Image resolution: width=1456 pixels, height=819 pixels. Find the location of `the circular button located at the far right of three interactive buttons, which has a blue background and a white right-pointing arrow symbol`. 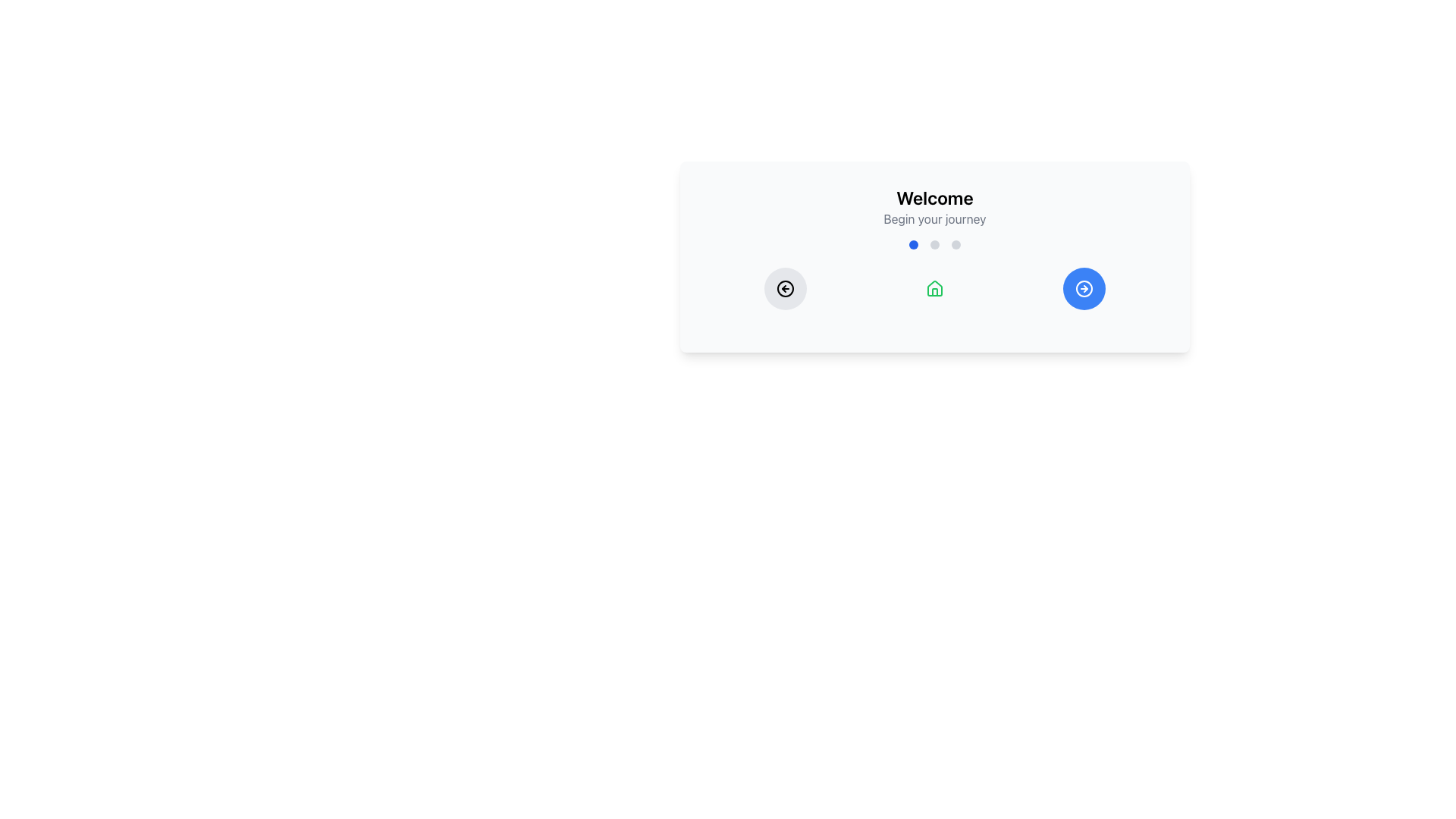

the circular button located at the far right of three interactive buttons, which has a blue background and a white right-pointing arrow symbol is located at coordinates (1084, 289).